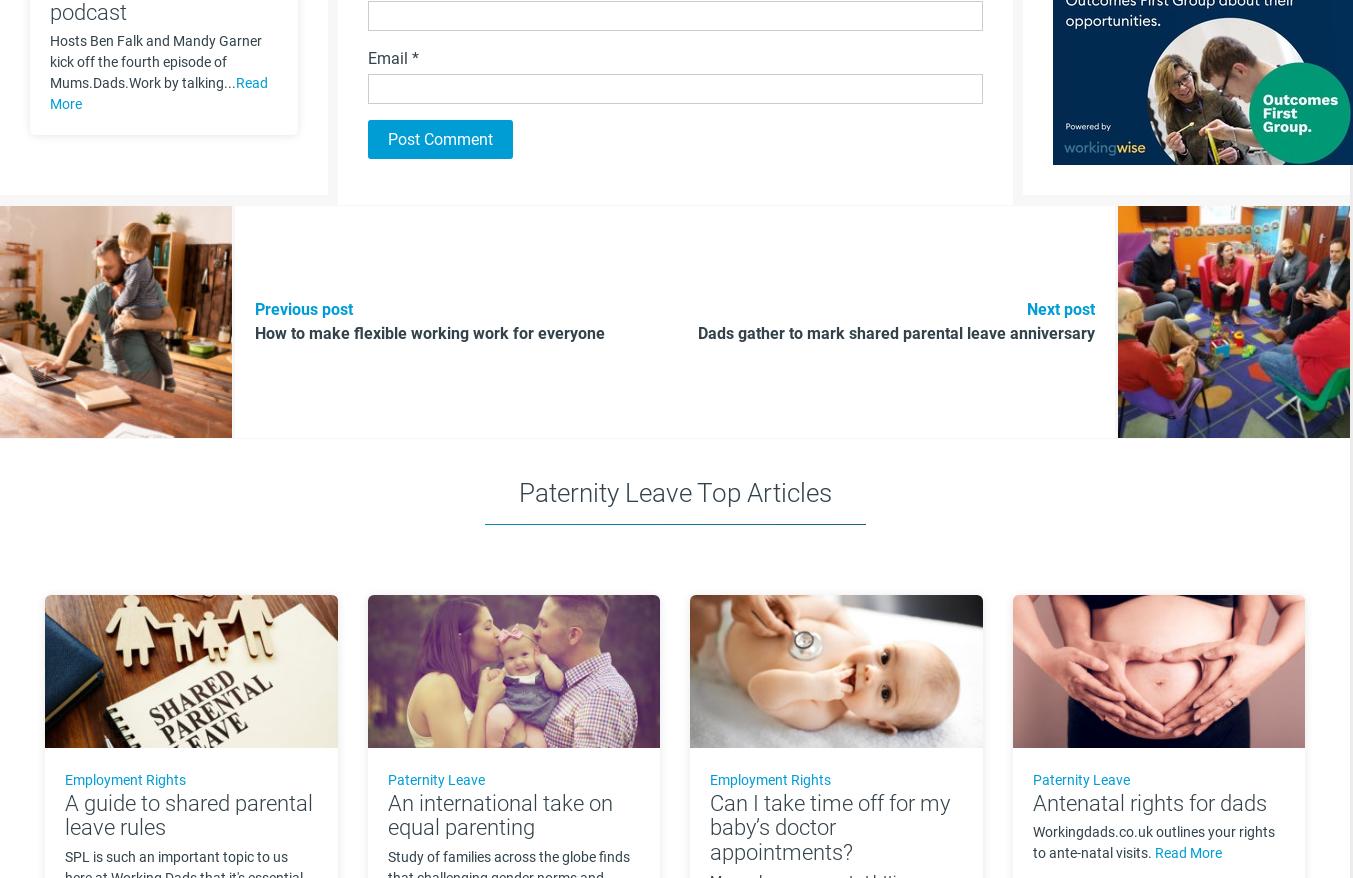  Describe the element at coordinates (1148, 802) in the screenshot. I see `'Antenatal rights for dads'` at that location.